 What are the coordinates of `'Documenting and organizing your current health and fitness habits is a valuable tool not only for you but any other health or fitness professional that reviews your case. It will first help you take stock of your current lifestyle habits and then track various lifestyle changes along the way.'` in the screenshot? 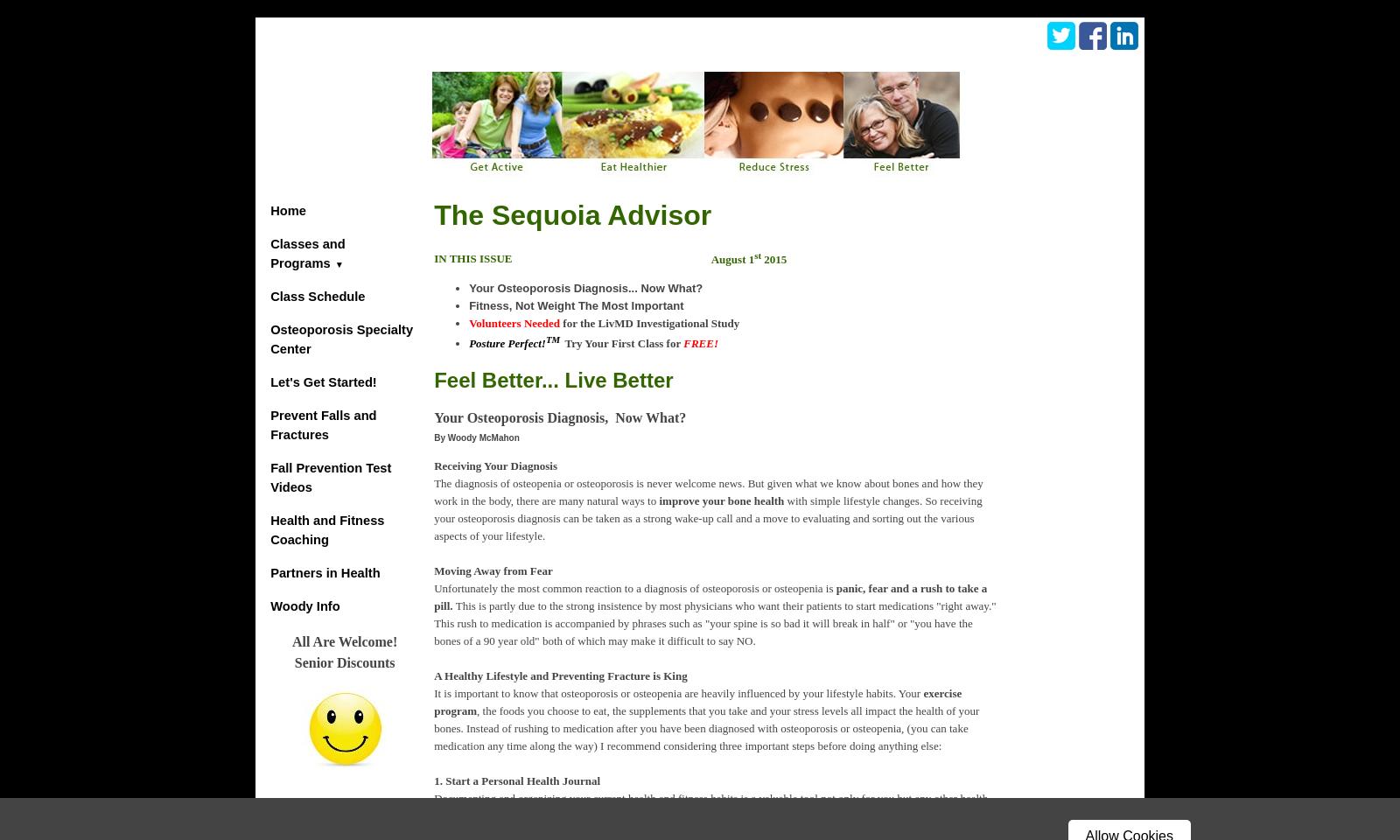 It's located at (711, 815).